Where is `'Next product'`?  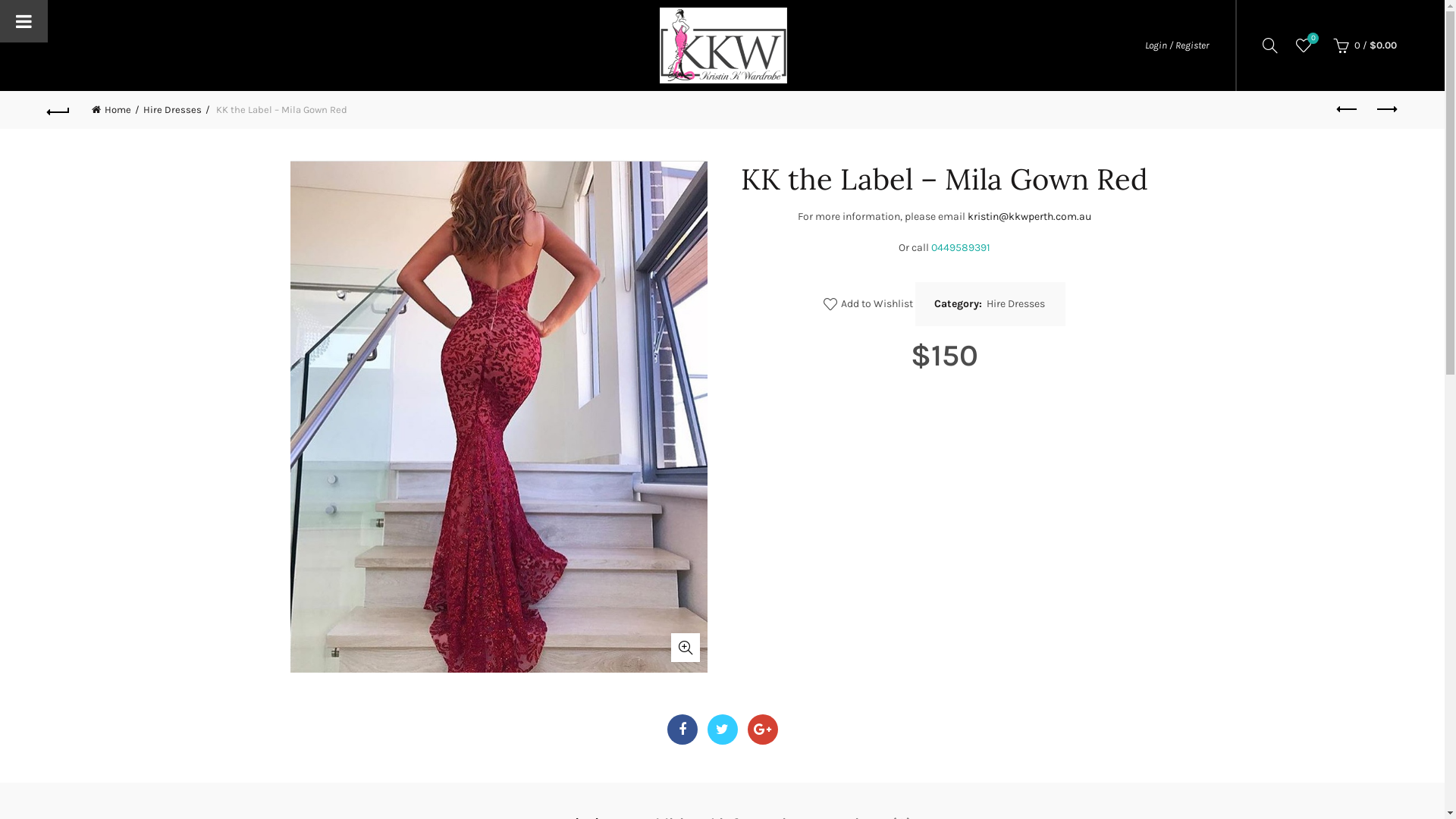 'Next product' is located at coordinates (1385, 109).